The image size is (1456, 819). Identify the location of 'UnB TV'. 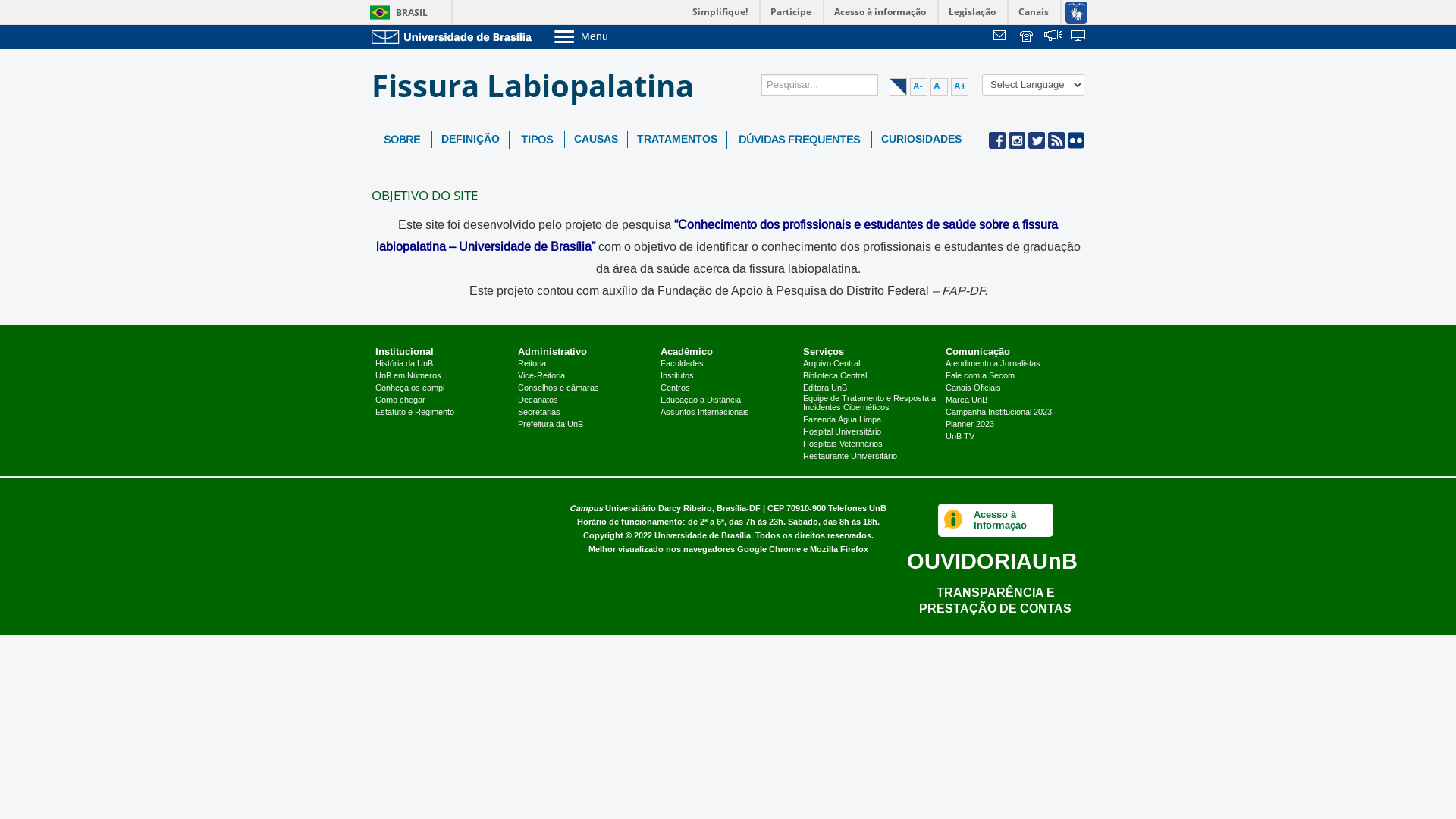
(959, 436).